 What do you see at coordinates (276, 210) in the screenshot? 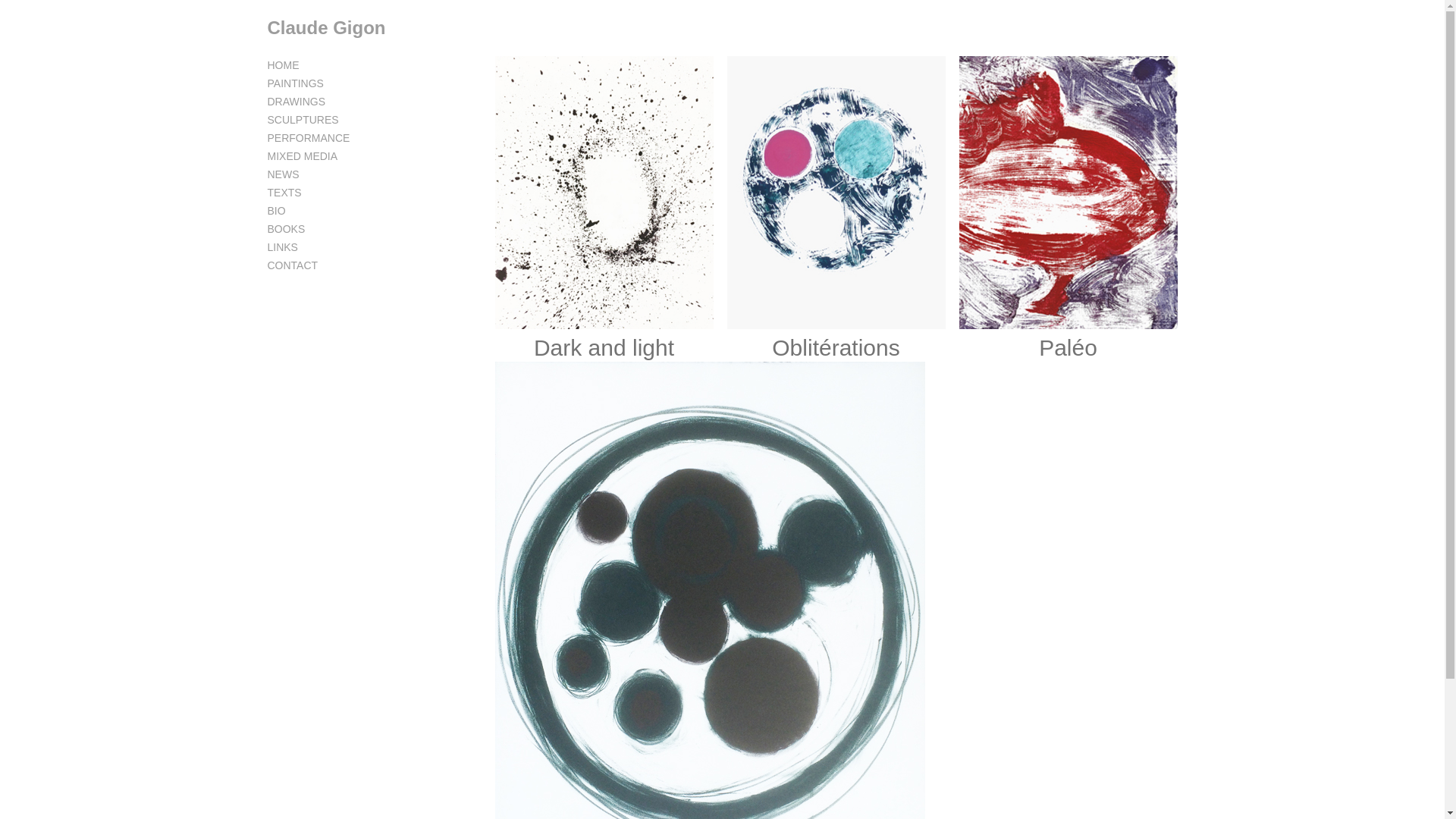
I see `'BIO'` at bounding box center [276, 210].